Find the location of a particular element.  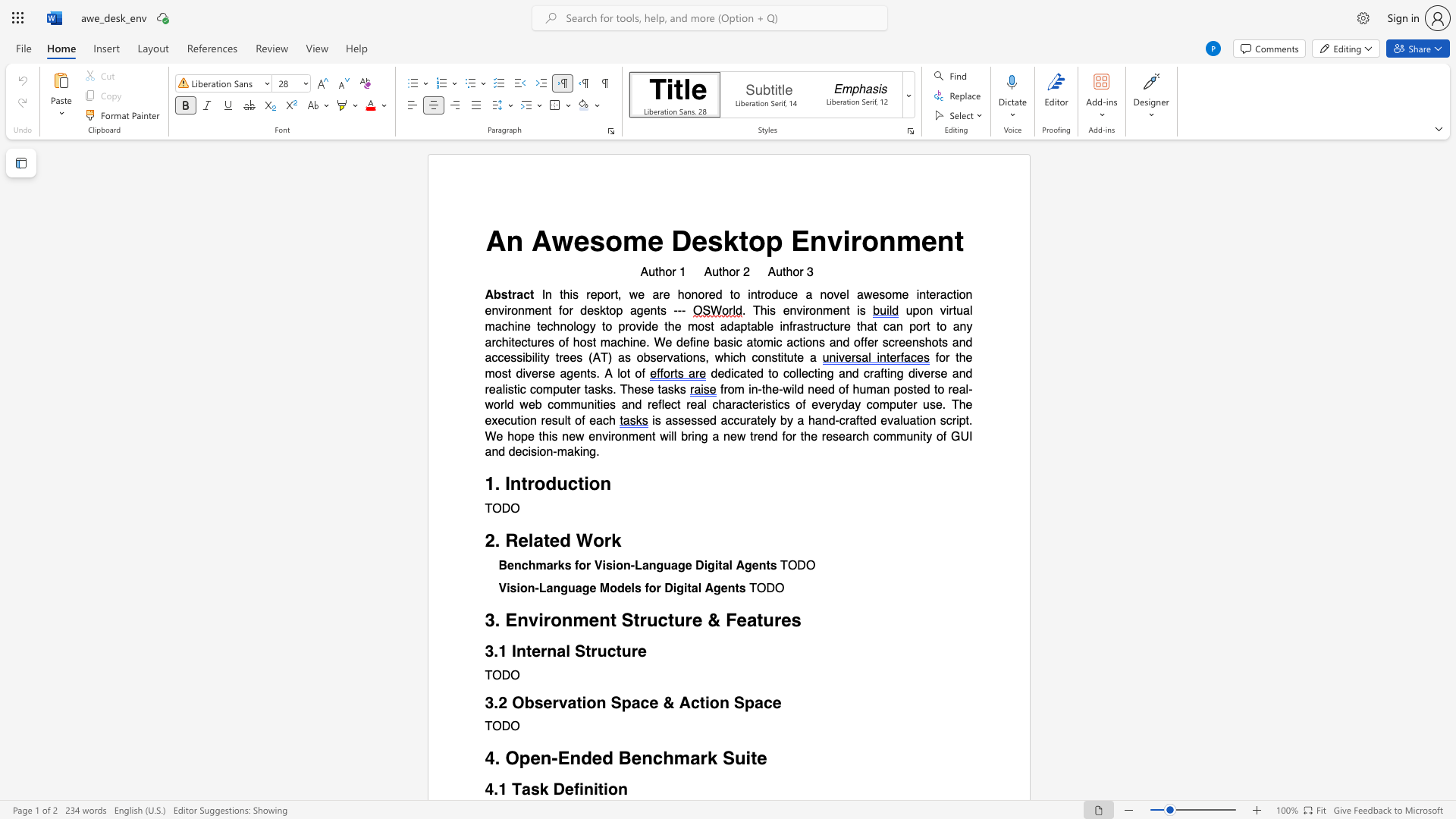

the subset text "ture" within the text "3. Environment Structure & Features" is located at coordinates (757, 620).